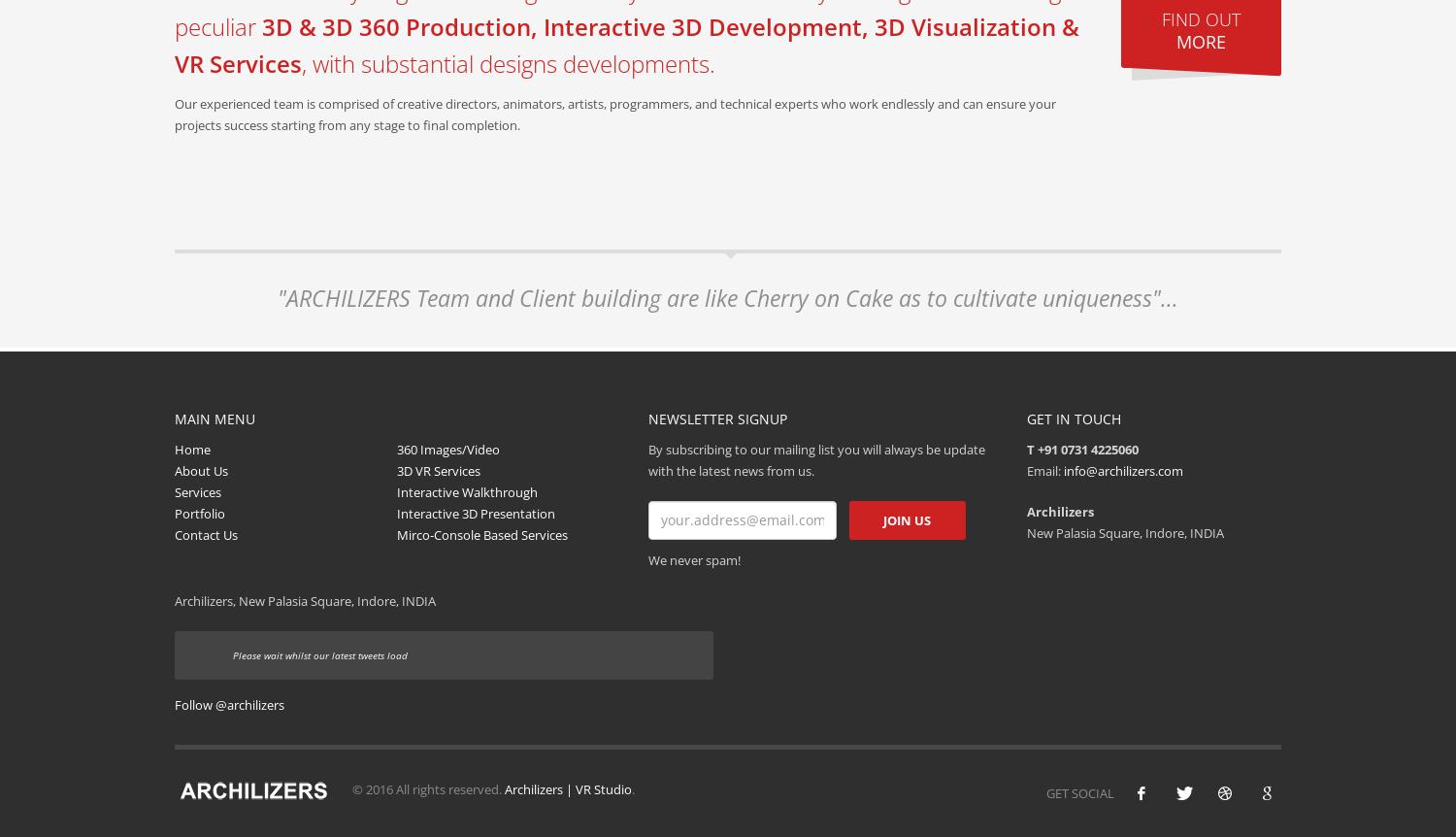  What do you see at coordinates (627, 45) in the screenshot?
I see `'3D & 3D 360 Production, Interactive 3D Development, 3D Visualization & VR Services'` at bounding box center [627, 45].